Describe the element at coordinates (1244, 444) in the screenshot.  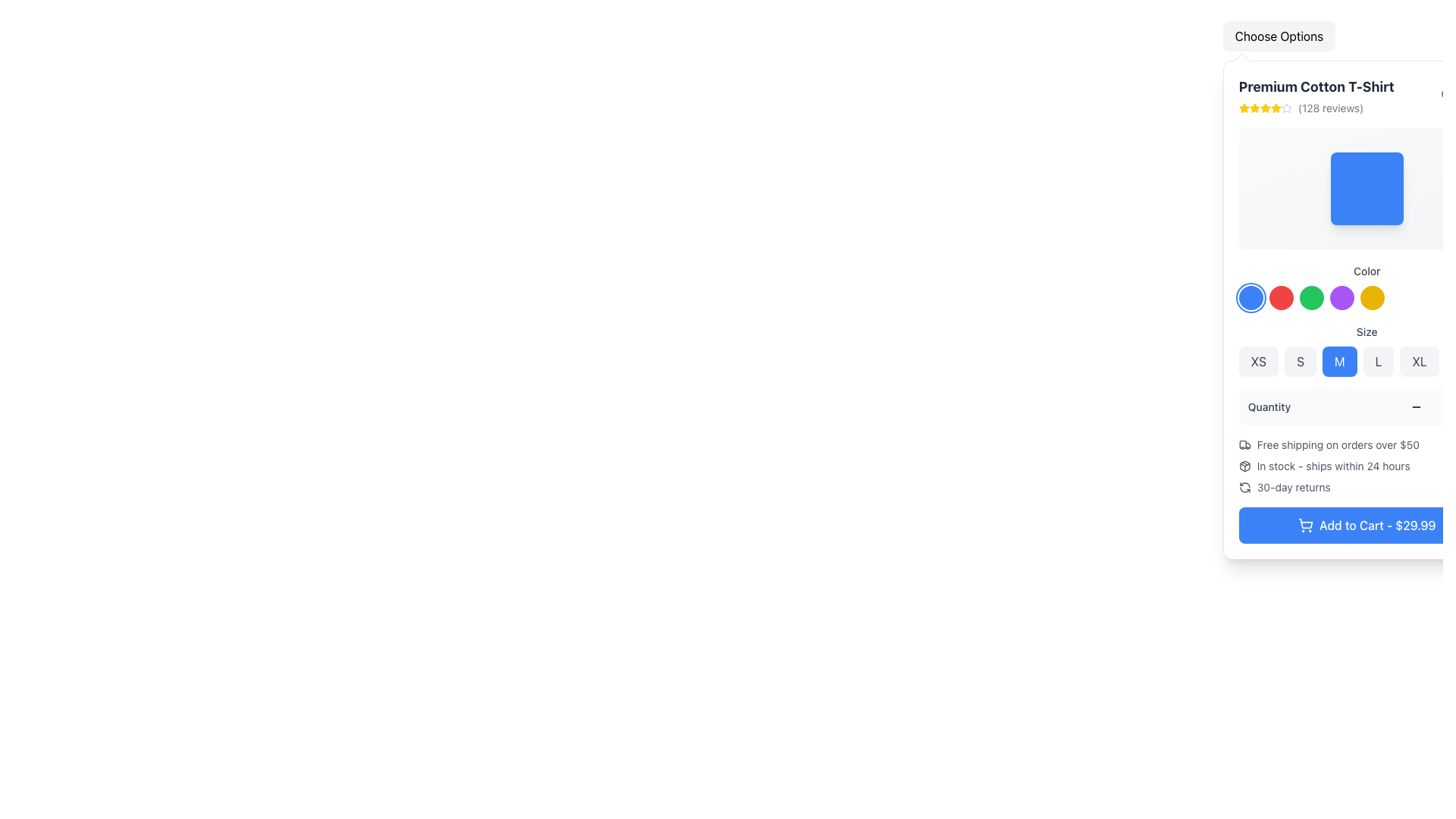
I see `the truck icon that visually signals the 'free shipping' feature, located at the beginning of the text 'Free shipping on orders over $50.'` at that location.